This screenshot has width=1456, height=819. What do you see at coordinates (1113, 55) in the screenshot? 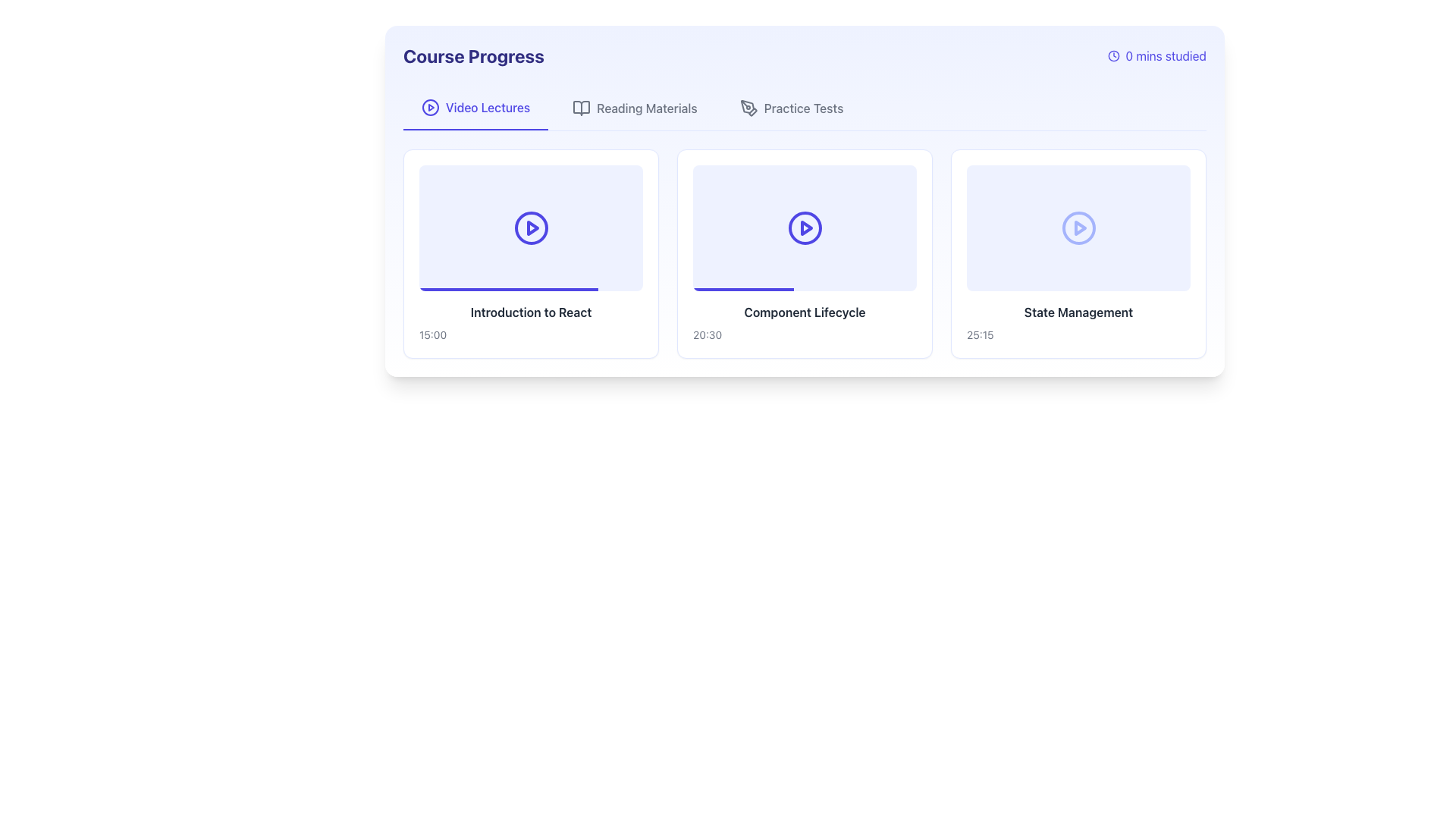
I see `the time icon located to the left of the text '0 mins studied'` at bounding box center [1113, 55].